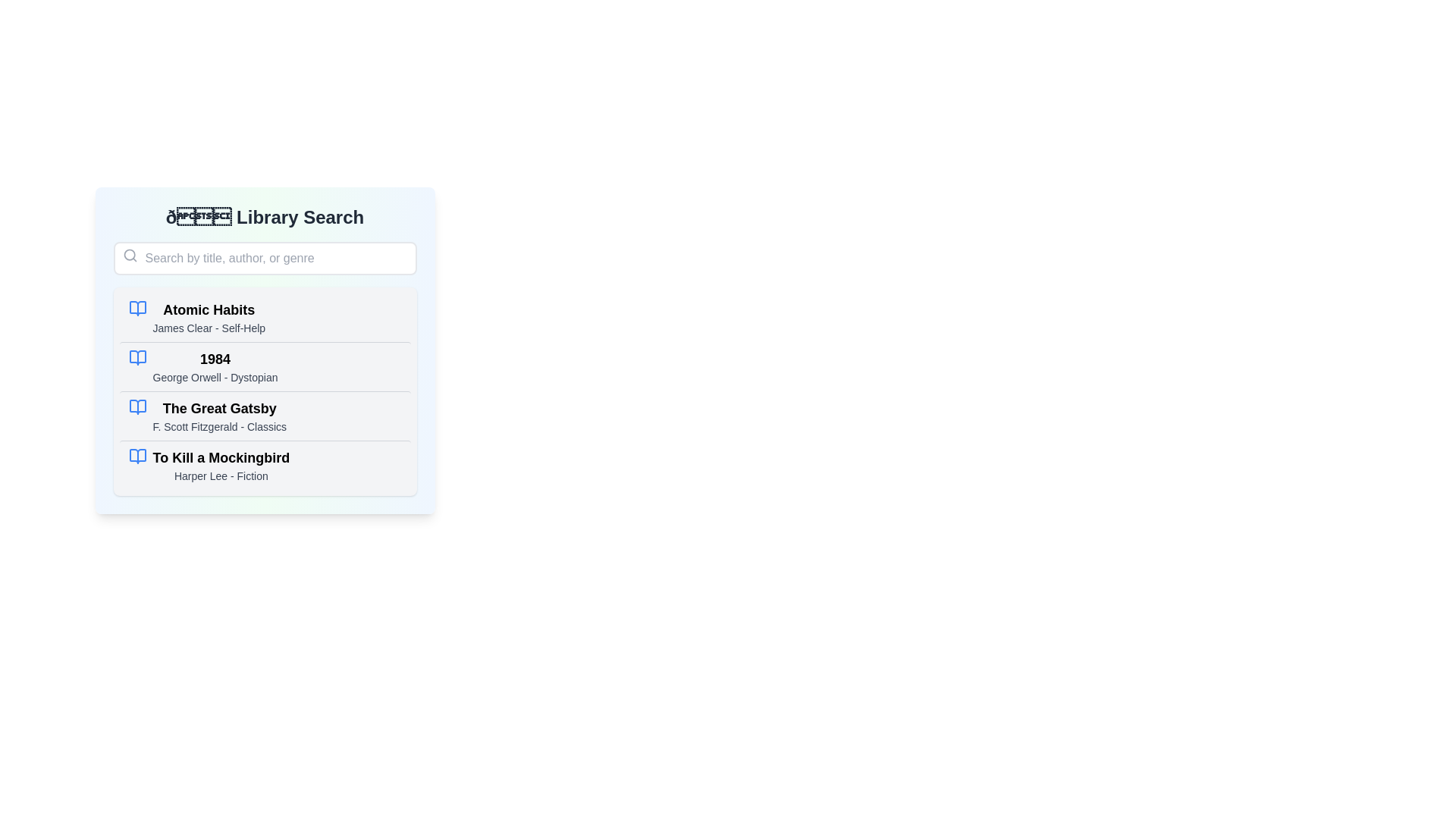  I want to click on the book icon located to the left of the text 'To Kill a Mockingbird' in the library search result list, so click(137, 455).